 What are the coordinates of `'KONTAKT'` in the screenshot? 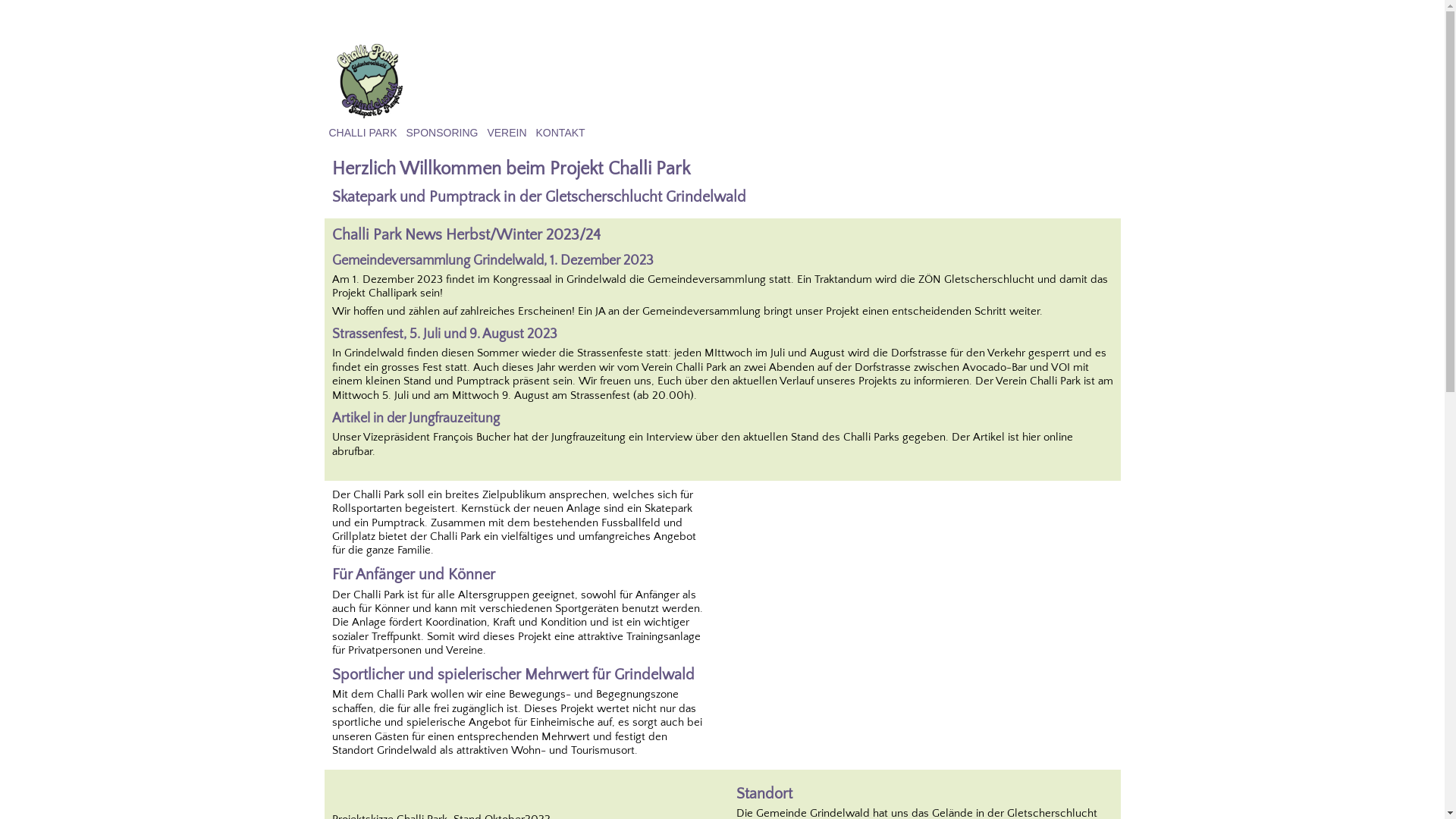 It's located at (560, 132).